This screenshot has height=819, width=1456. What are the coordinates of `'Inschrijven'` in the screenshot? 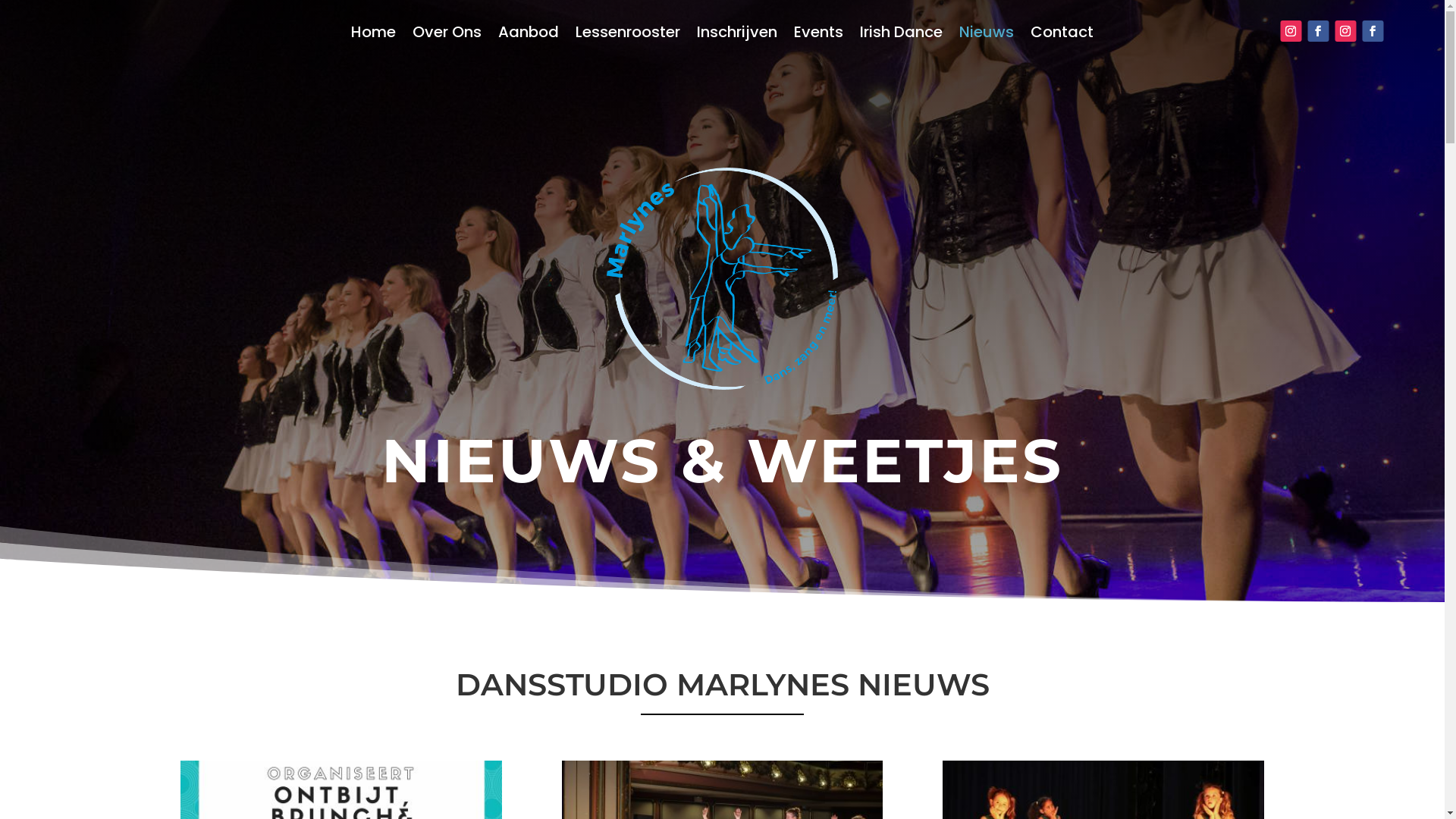 It's located at (736, 34).